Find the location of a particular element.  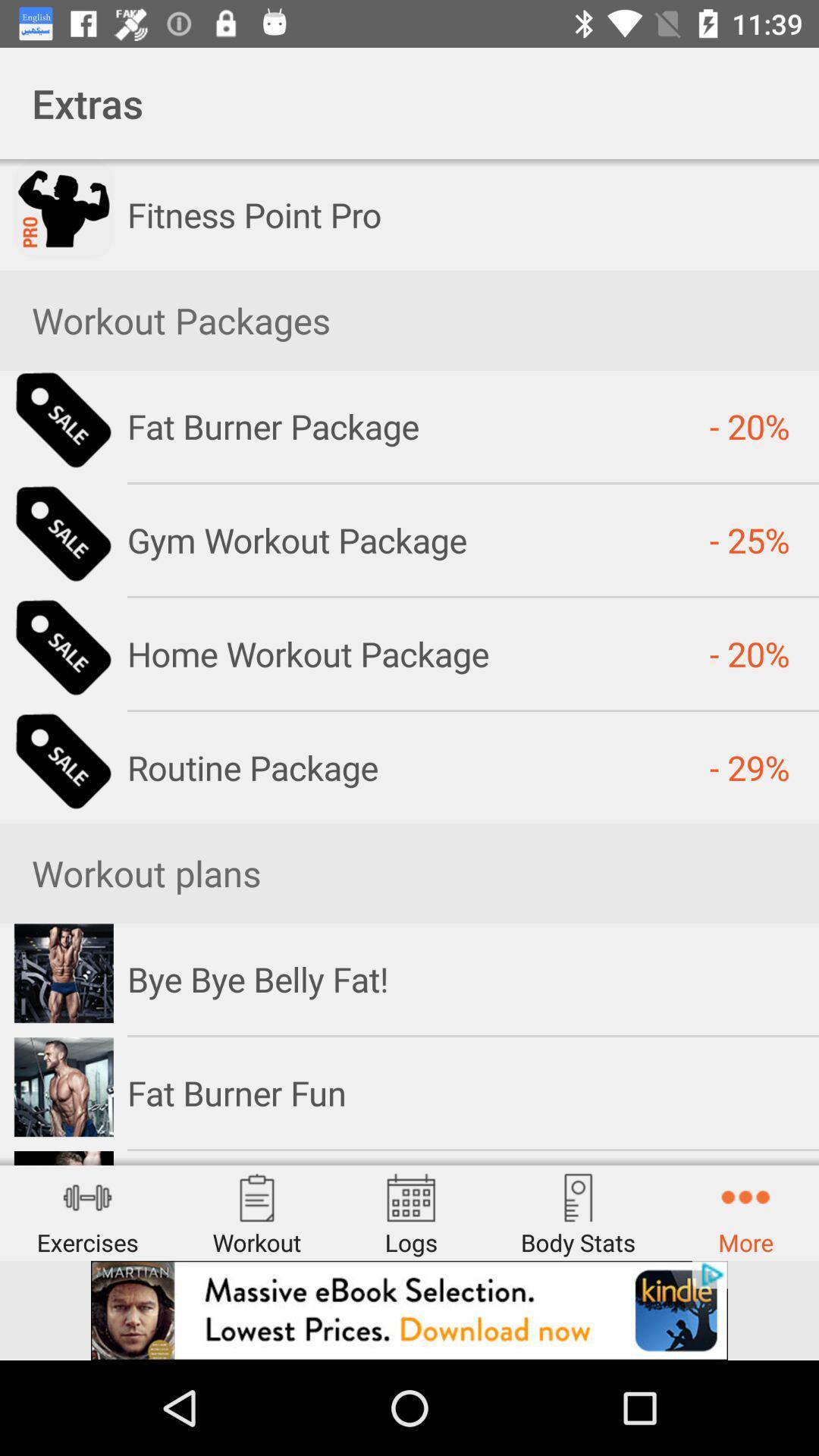

open advertisement is located at coordinates (409, 1310).